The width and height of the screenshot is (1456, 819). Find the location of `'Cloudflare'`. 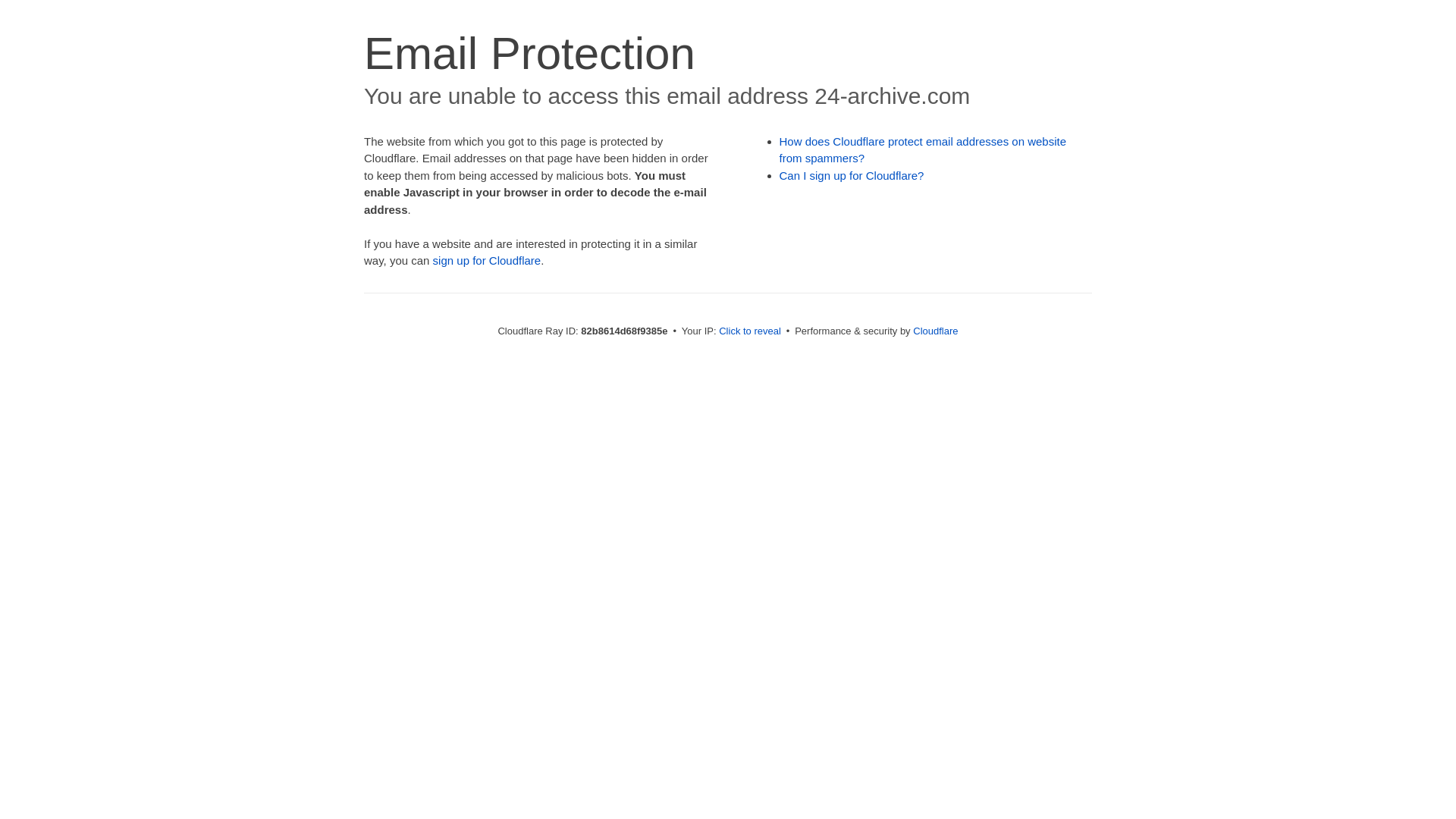

'Cloudflare' is located at coordinates (934, 330).